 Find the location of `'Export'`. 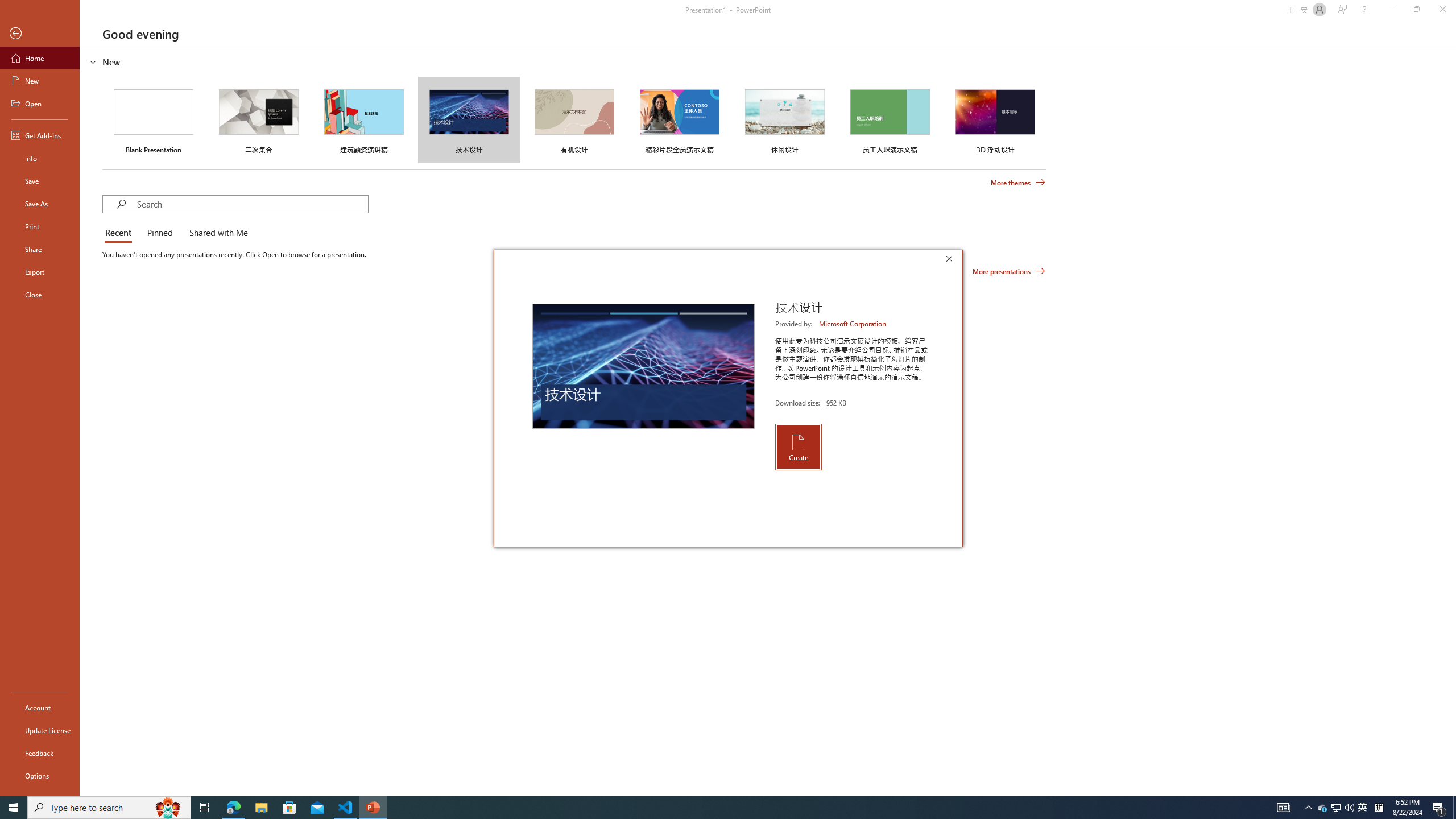

'Export' is located at coordinates (39, 272).